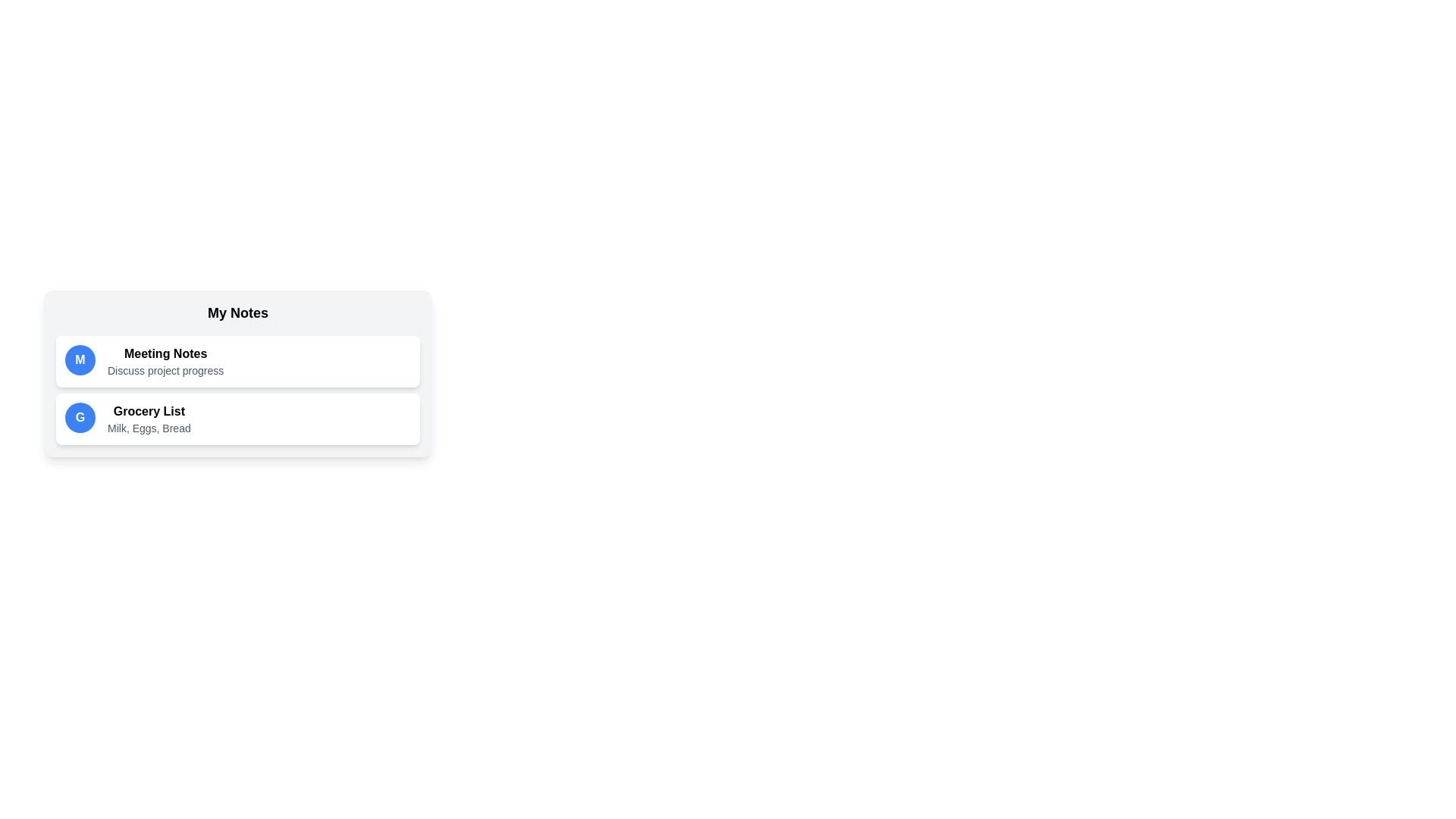 The image size is (1456, 819). What do you see at coordinates (165, 353) in the screenshot?
I see `the note title Meeting Notes to display options or details` at bounding box center [165, 353].